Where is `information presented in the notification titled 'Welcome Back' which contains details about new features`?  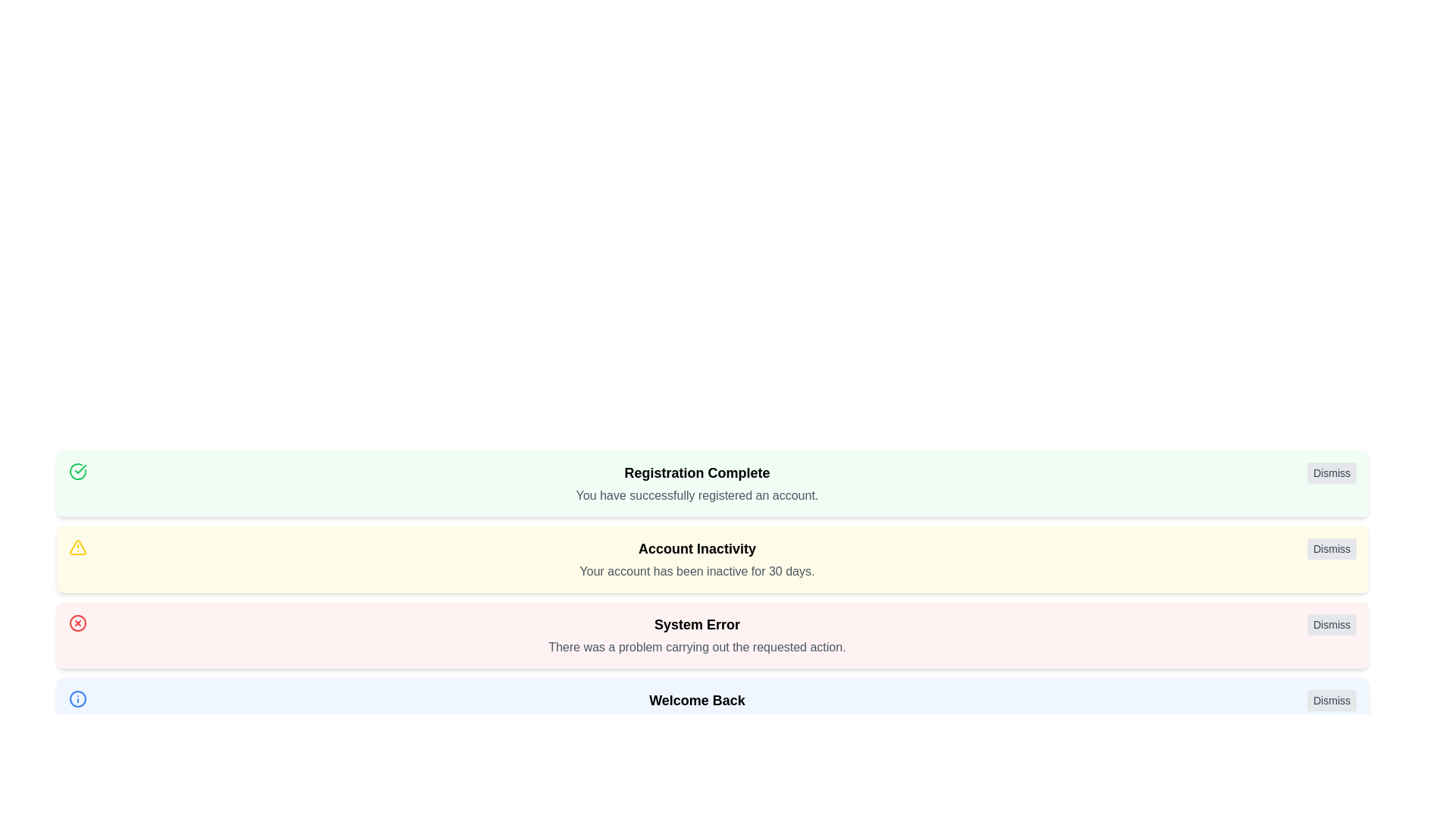
information presented in the notification titled 'Welcome Back' which contains details about new features is located at coordinates (712, 711).